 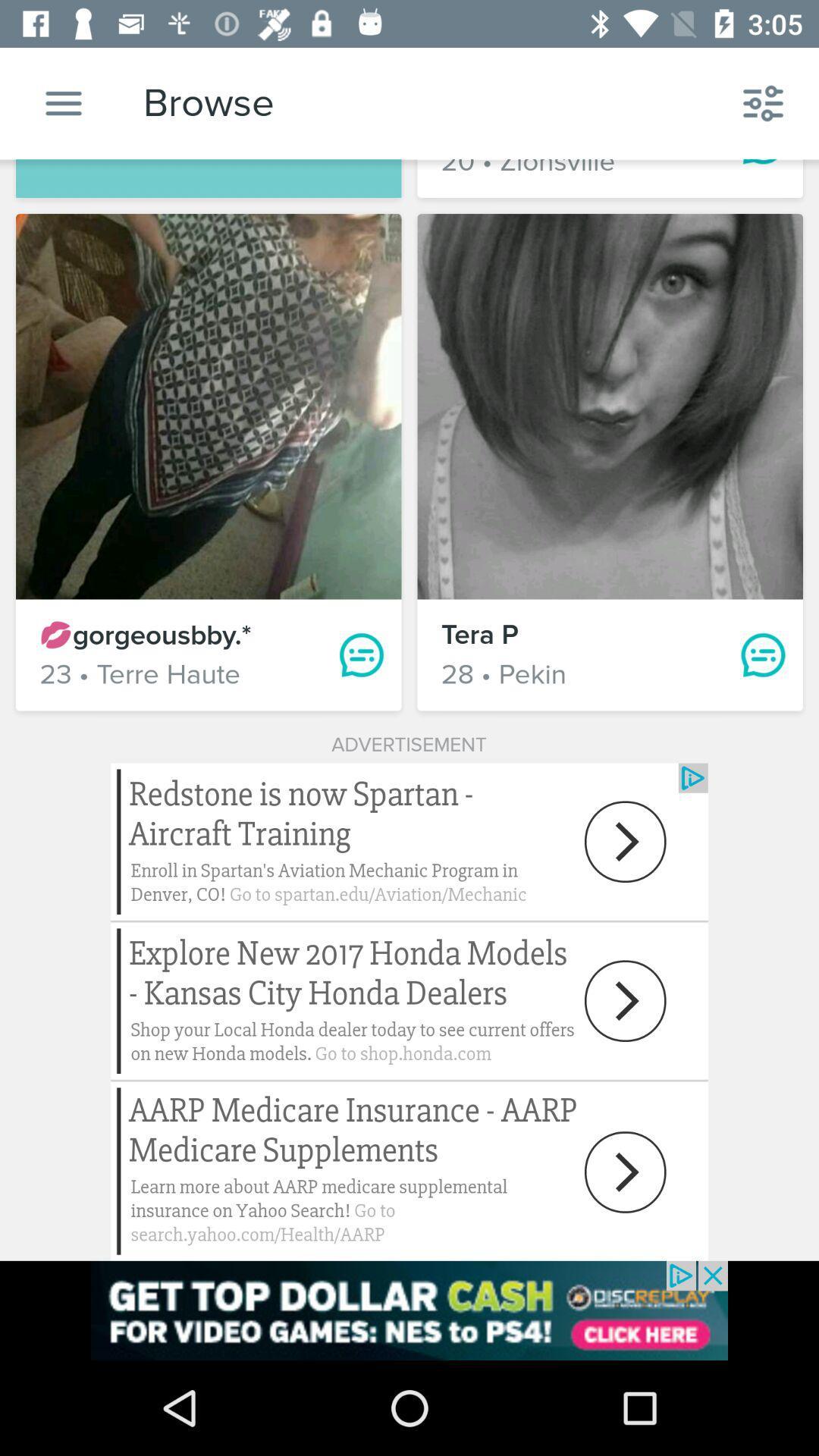 What do you see at coordinates (763, 655) in the screenshot?
I see `the icon below the second image` at bounding box center [763, 655].